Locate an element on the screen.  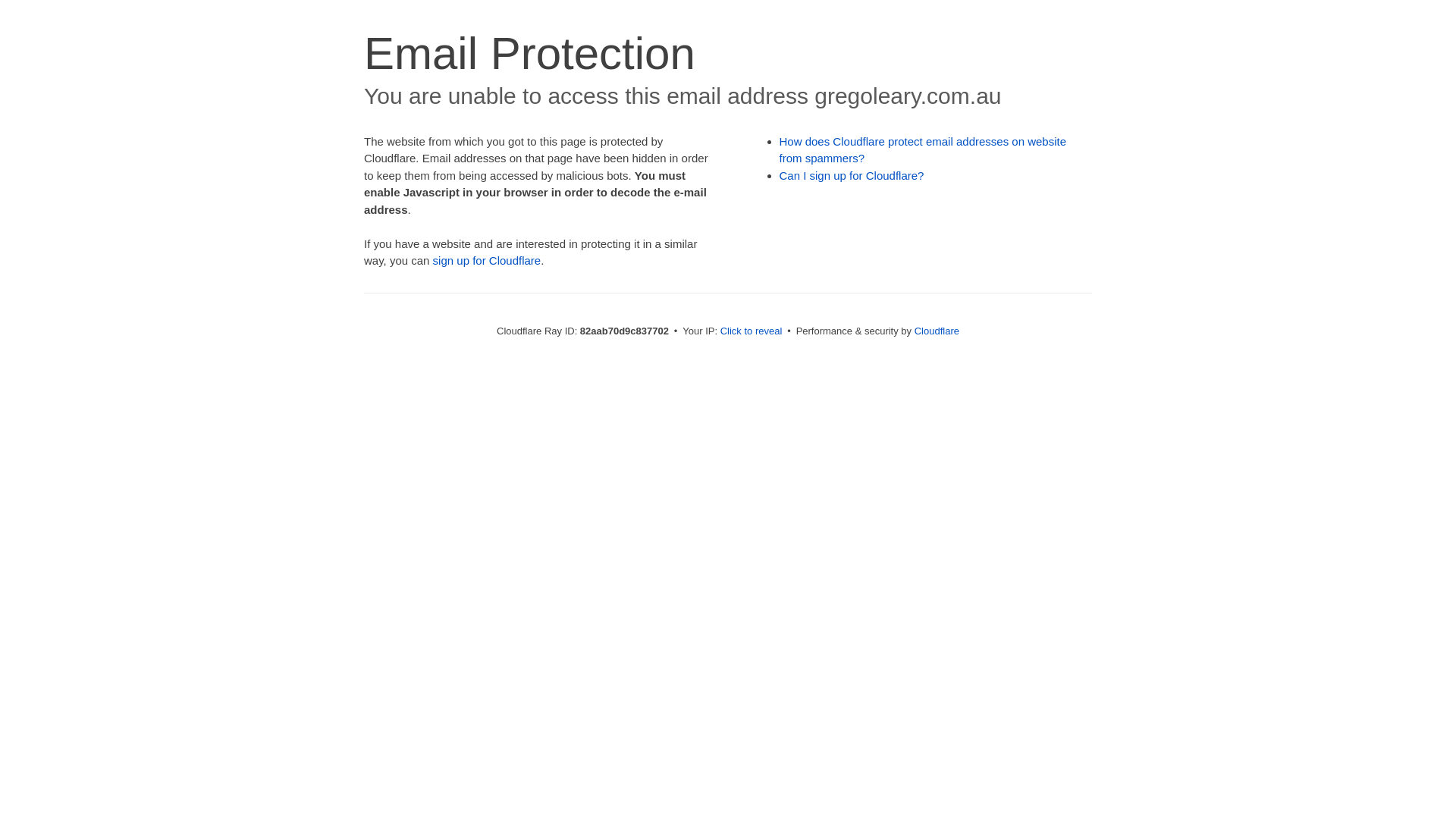
'Click to reveal' is located at coordinates (751, 330).